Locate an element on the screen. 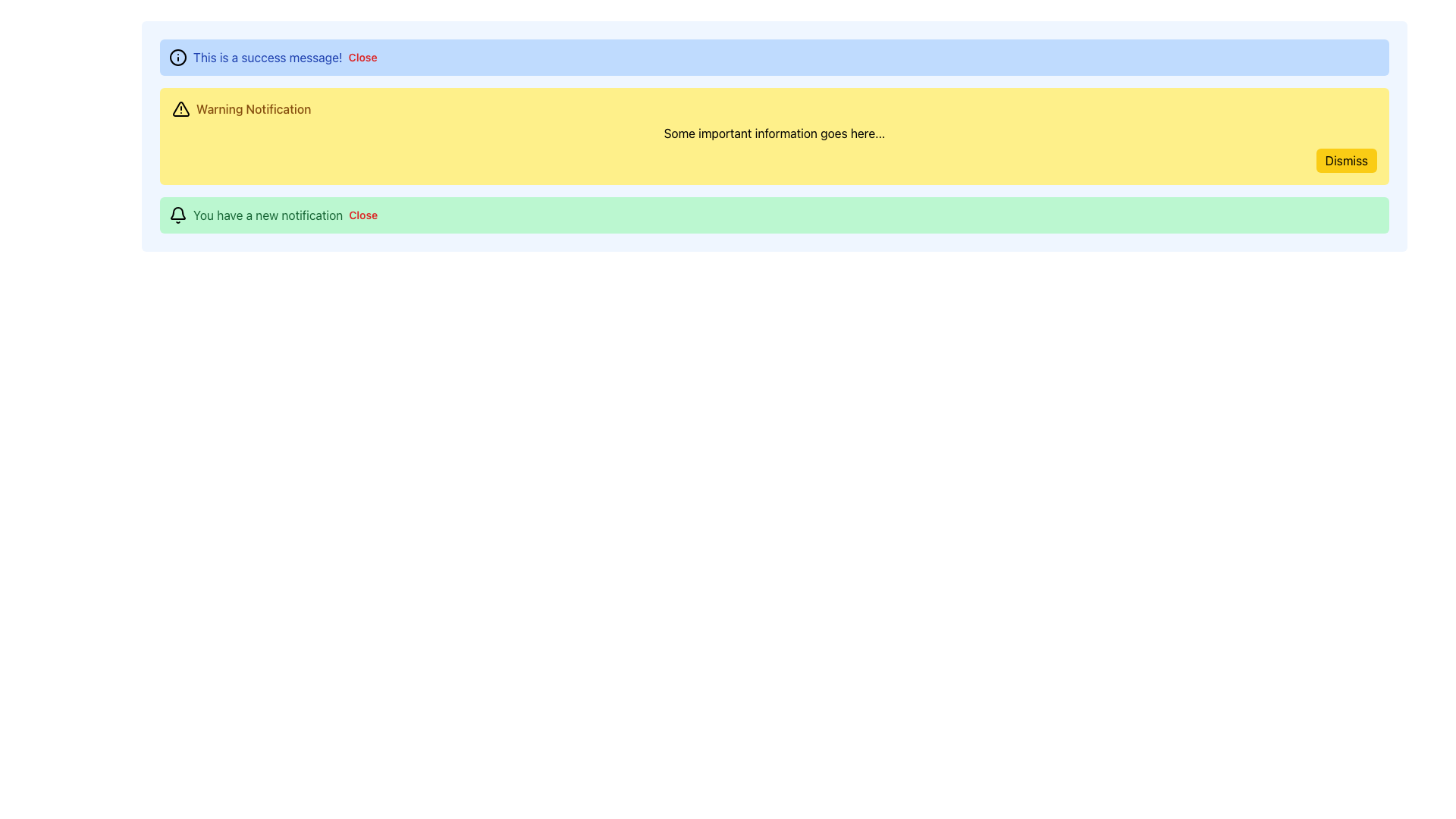 The width and height of the screenshot is (1456, 819). text 'Some important information goes here...' displayed in the yellow notification box located below the 'Warning Notification' title and above the 'Dismiss' button is located at coordinates (774, 133).